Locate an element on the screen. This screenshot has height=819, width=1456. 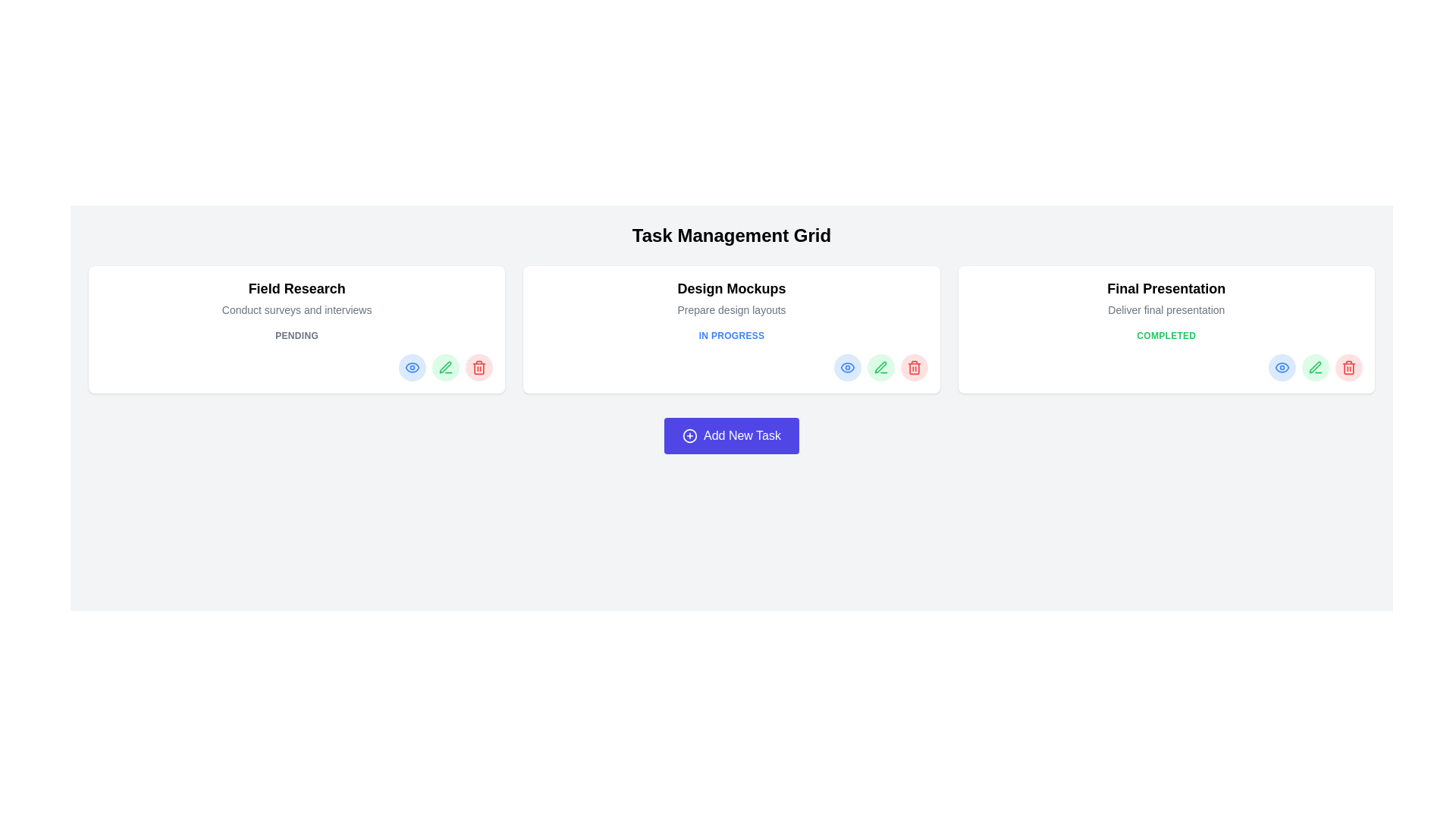
the circular SVG element, which is centrally positioned within the 'Add New Task' button that features a plus sign icon is located at coordinates (689, 435).